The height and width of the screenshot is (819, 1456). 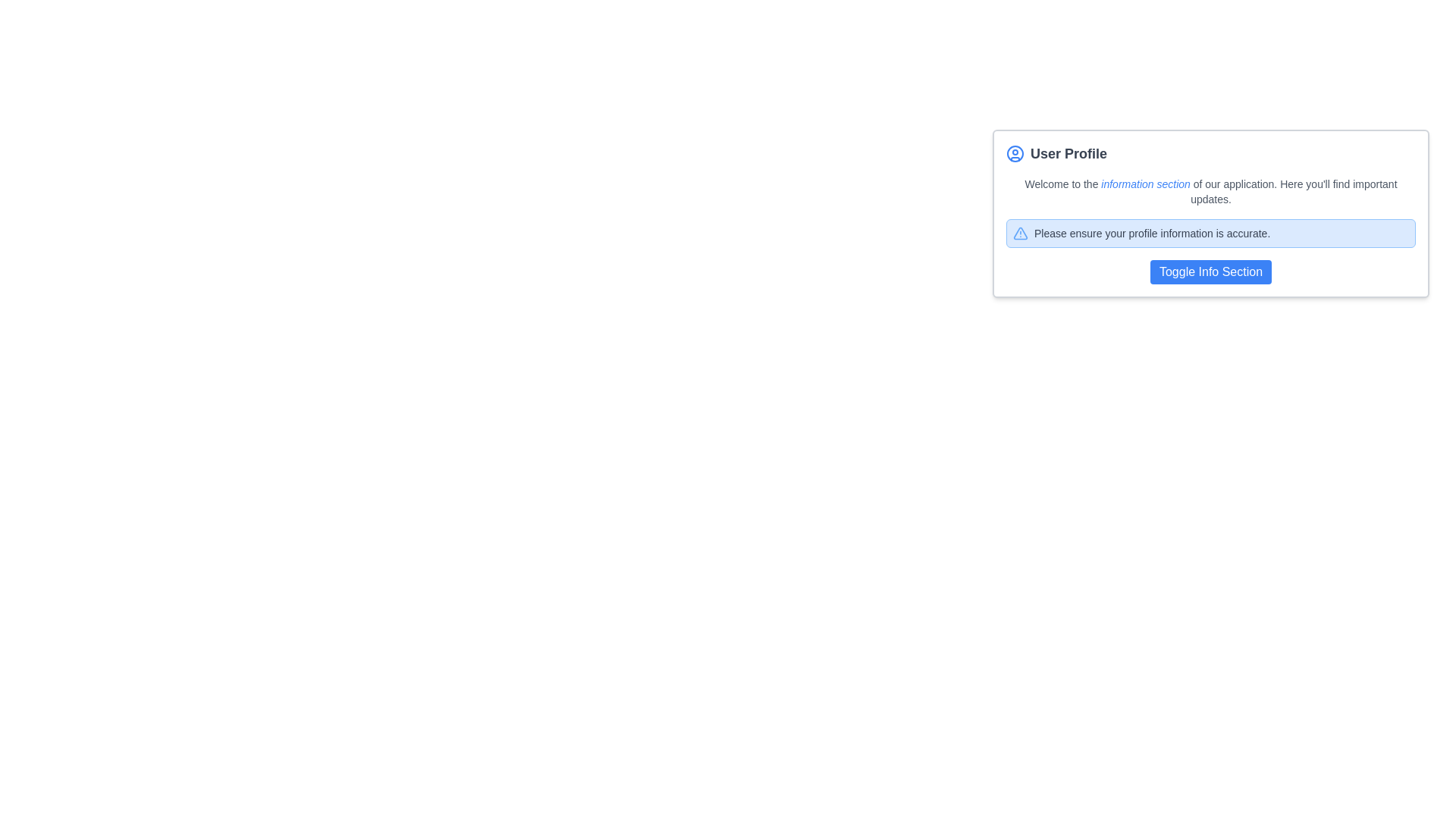 What do you see at coordinates (1020, 234) in the screenshot?
I see `the triangular icon with rounded corners, styled with a blue outline, located to the immediate left of the informational text in the profile information panel` at bounding box center [1020, 234].